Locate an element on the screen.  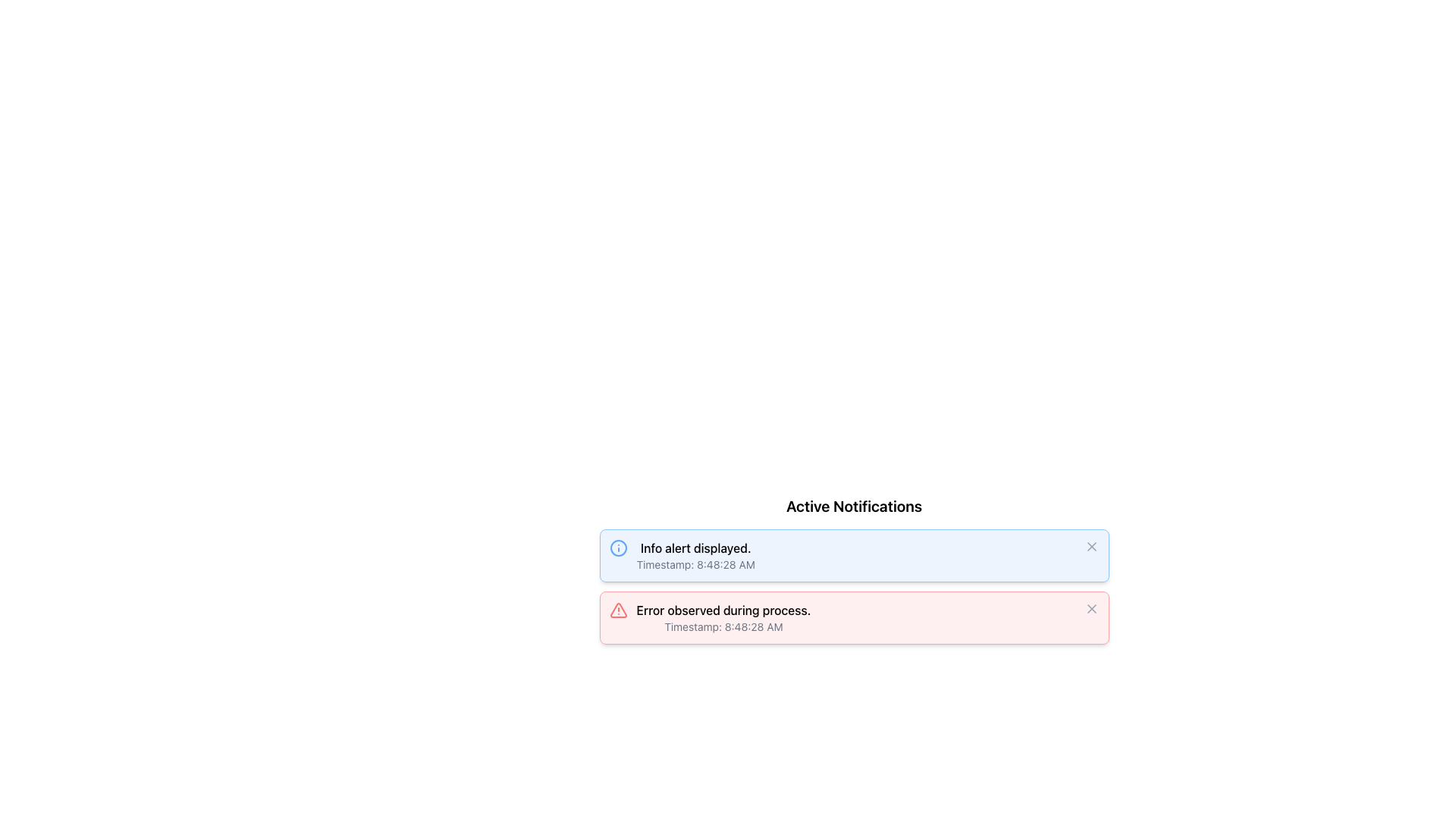
the text display that provides the timestamp for the notification underneath 'Info alert displayed.' within the blue notification box is located at coordinates (695, 564).